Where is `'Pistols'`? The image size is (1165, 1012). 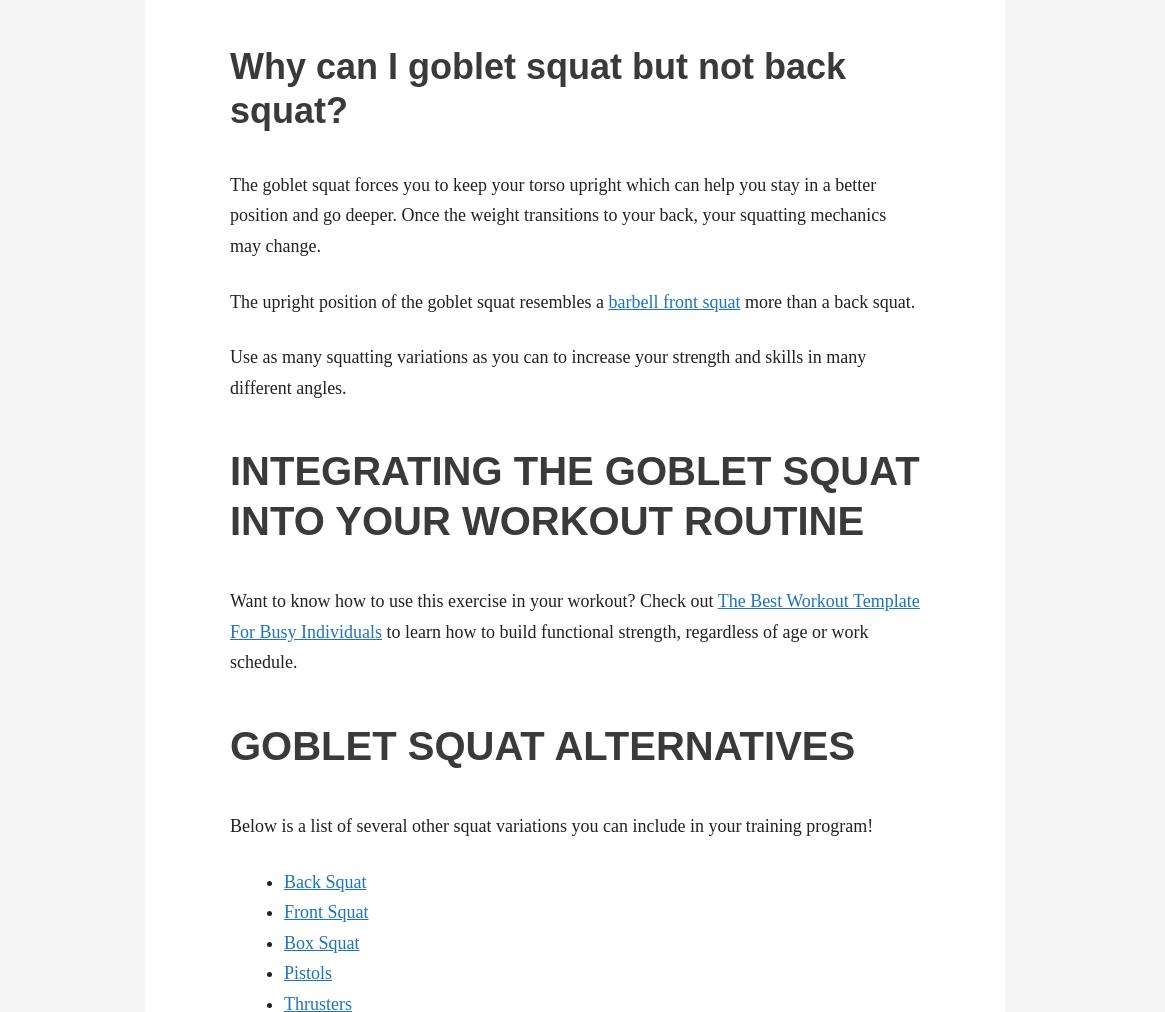
'Pistols' is located at coordinates (307, 973).